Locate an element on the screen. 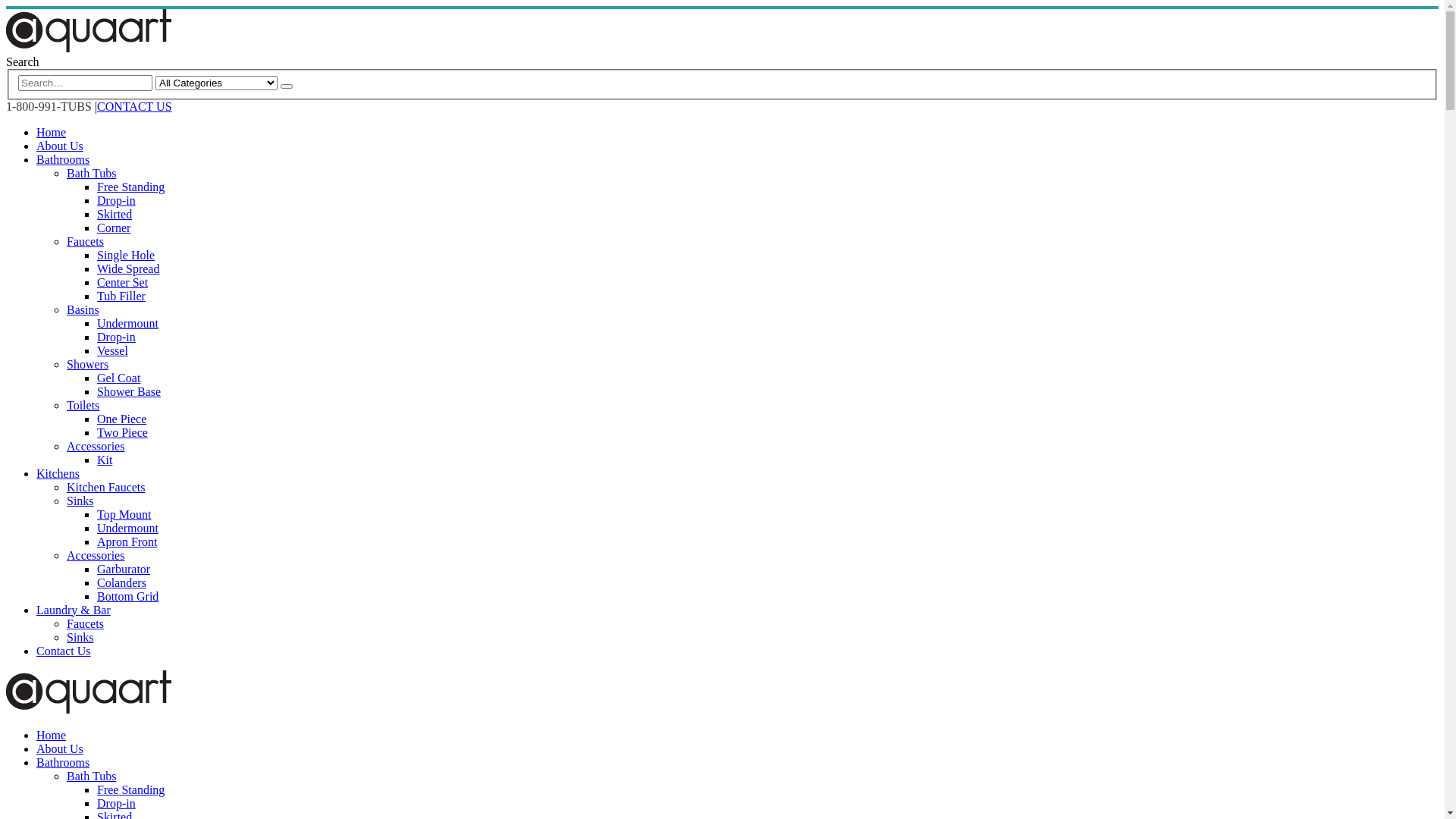  'One Piece' is located at coordinates (121, 419).